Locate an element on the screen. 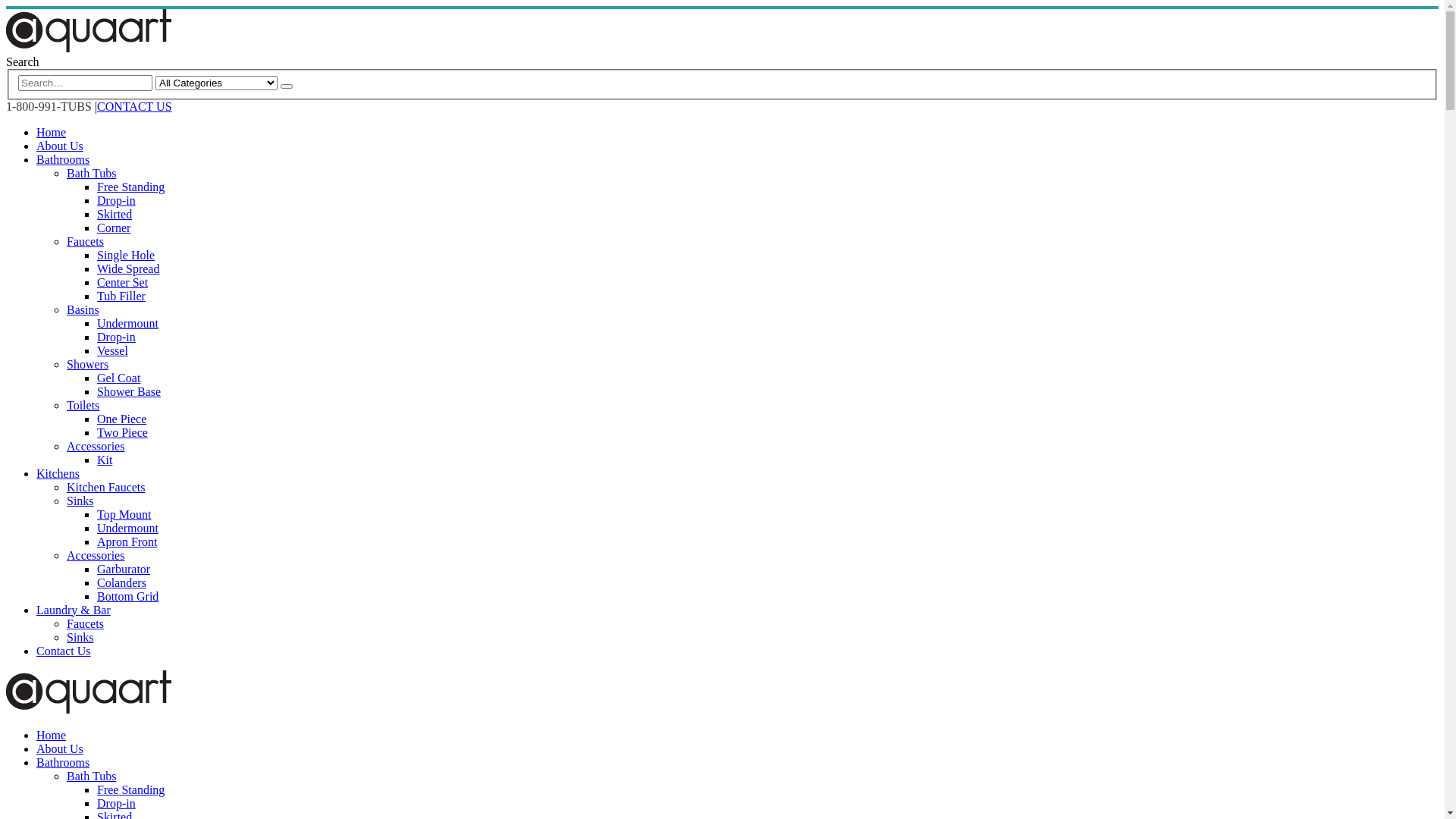  'One Piece' is located at coordinates (121, 419).